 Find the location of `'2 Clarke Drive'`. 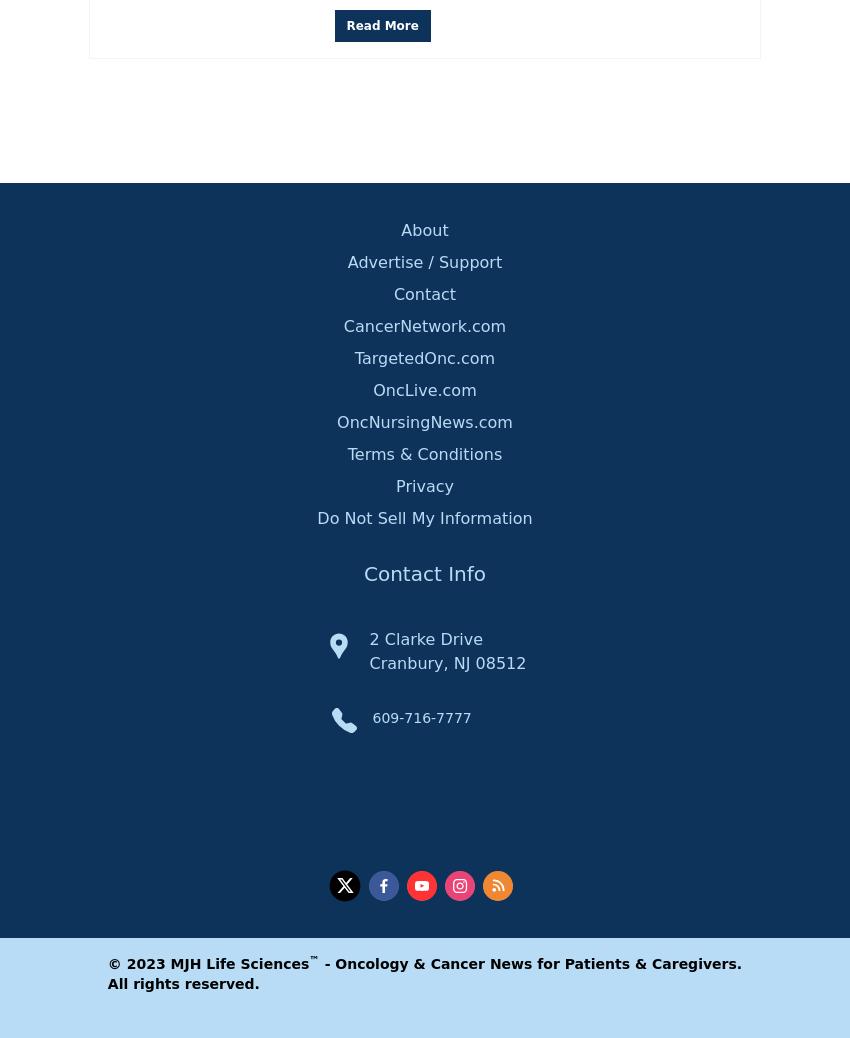

'2 Clarke Drive' is located at coordinates (367, 637).